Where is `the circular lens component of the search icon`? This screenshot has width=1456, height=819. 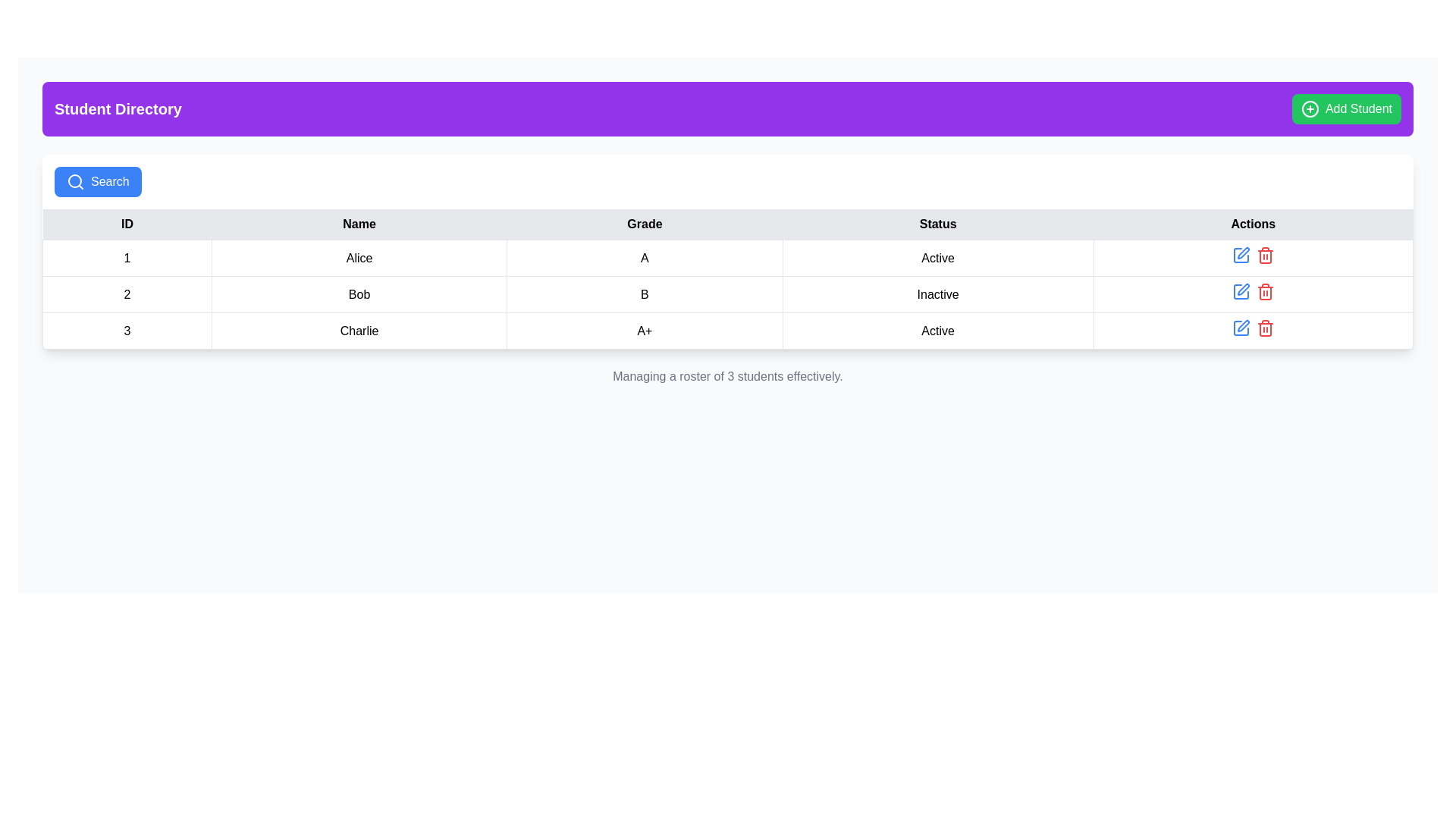 the circular lens component of the search icon is located at coordinates (74, 180).